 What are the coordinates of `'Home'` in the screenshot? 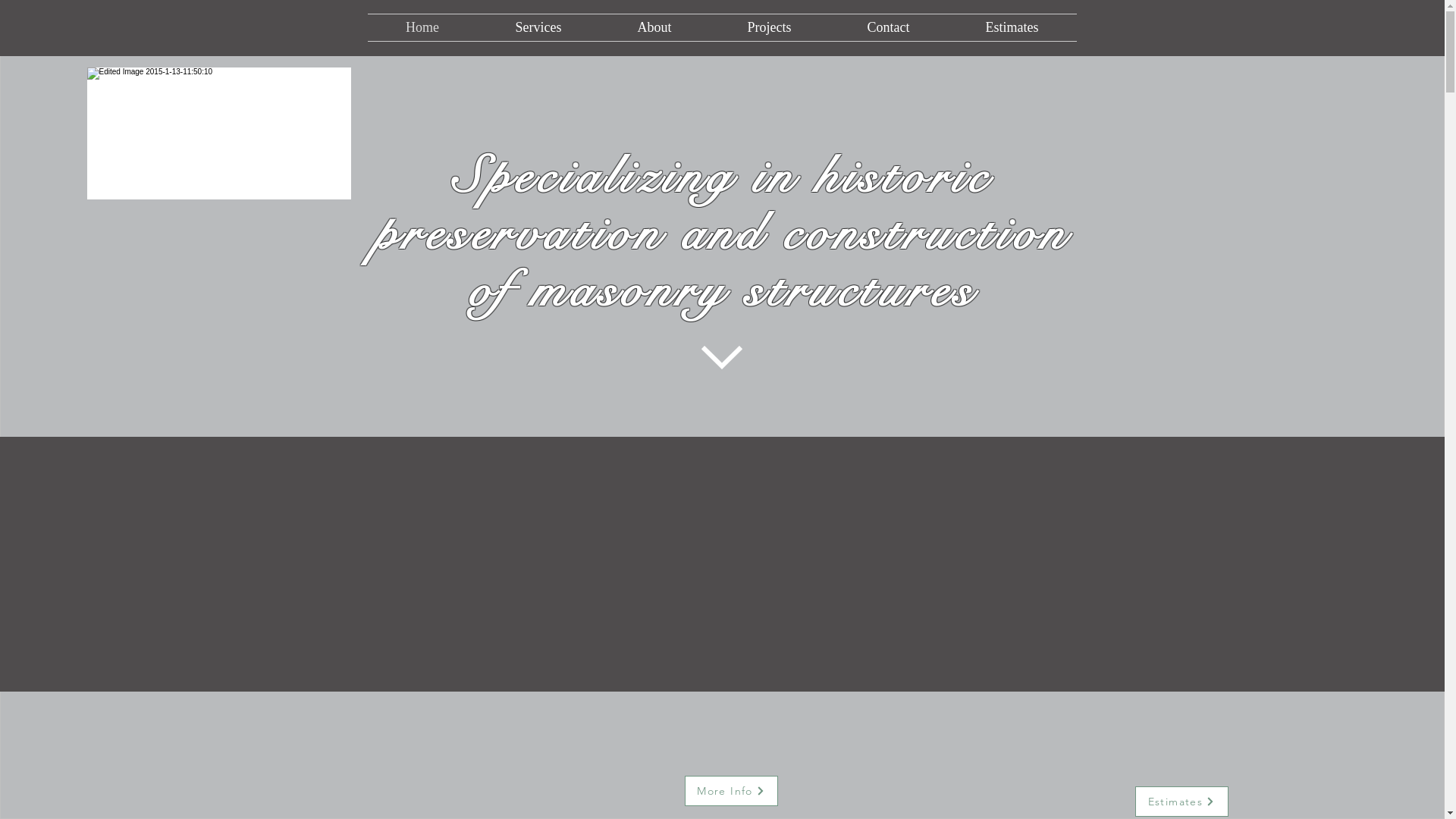 It's located at (422, 27).